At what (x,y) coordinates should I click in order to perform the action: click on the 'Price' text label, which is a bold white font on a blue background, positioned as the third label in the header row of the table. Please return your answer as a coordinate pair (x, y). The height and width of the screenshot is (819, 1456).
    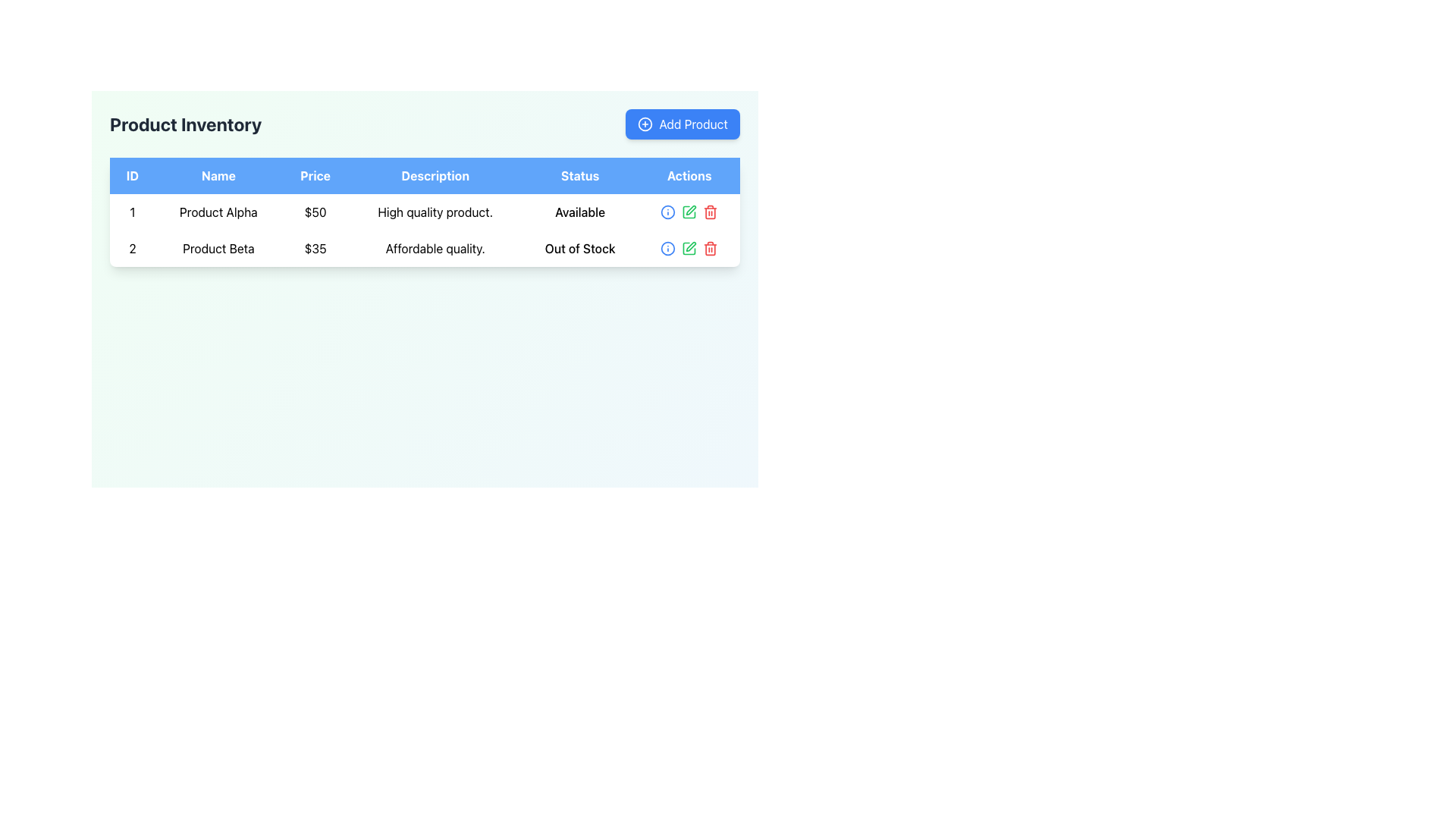
    Looking at the image, I should click on (315, 174).